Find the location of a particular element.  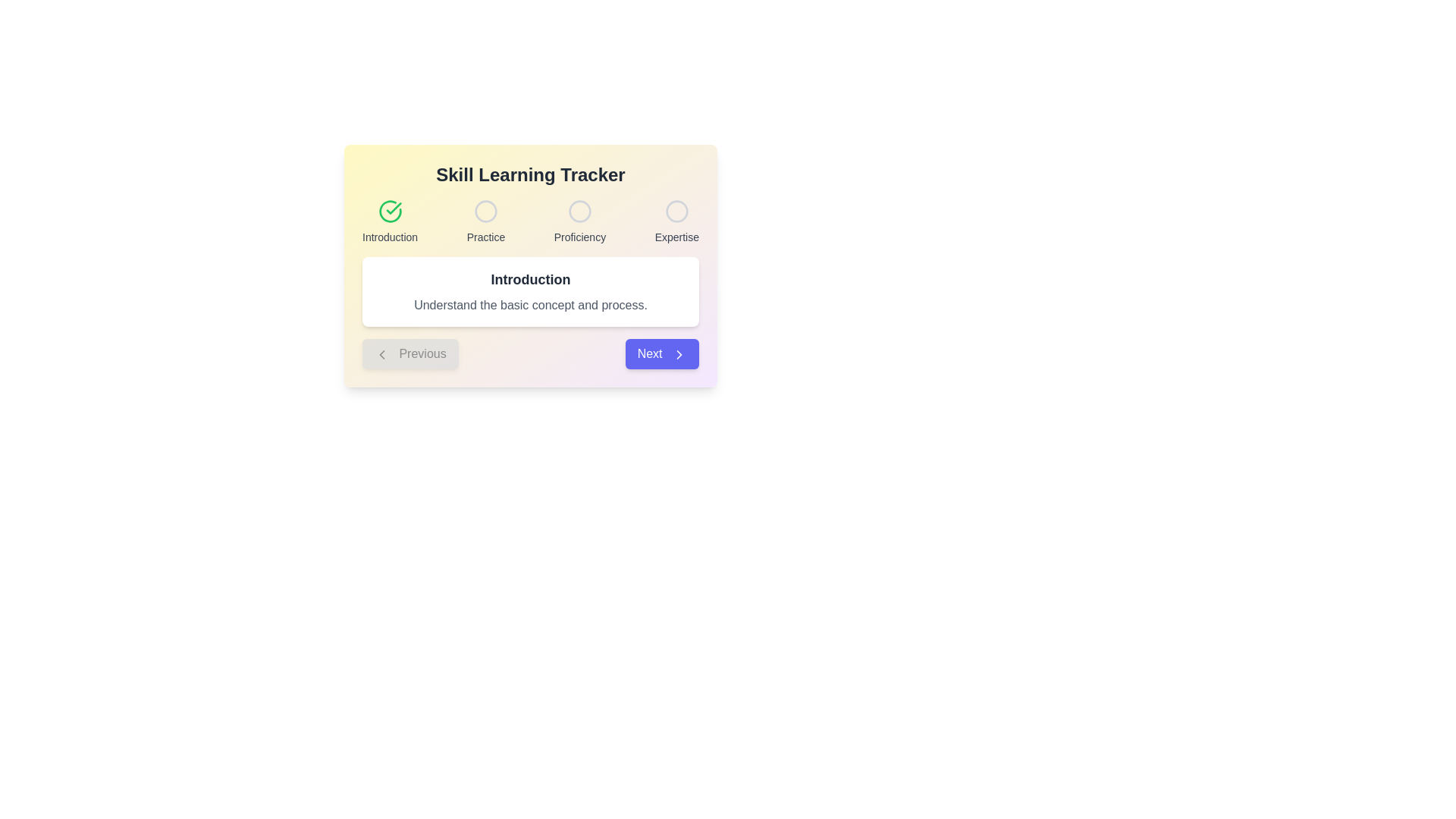

the unfilled circular icon in the 'Skill Learning Tracker' labeled 'Expertise', which represents an incomplete step in the progression is located at coordinates (676, 211).